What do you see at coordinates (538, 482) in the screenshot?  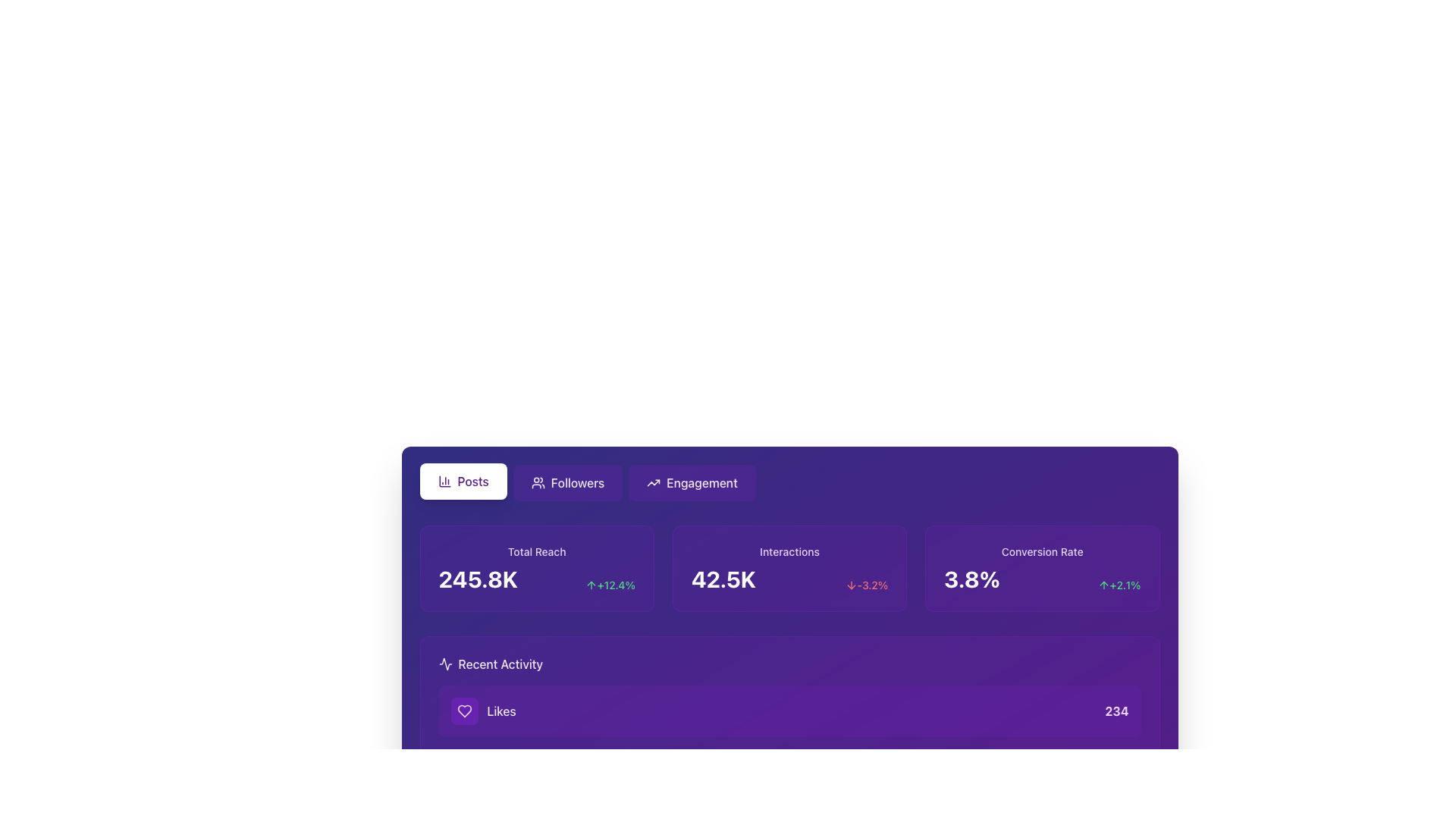 I see `the 'Followers' button, which contains a small icon of a group of users` at bounding box center [538, 482].